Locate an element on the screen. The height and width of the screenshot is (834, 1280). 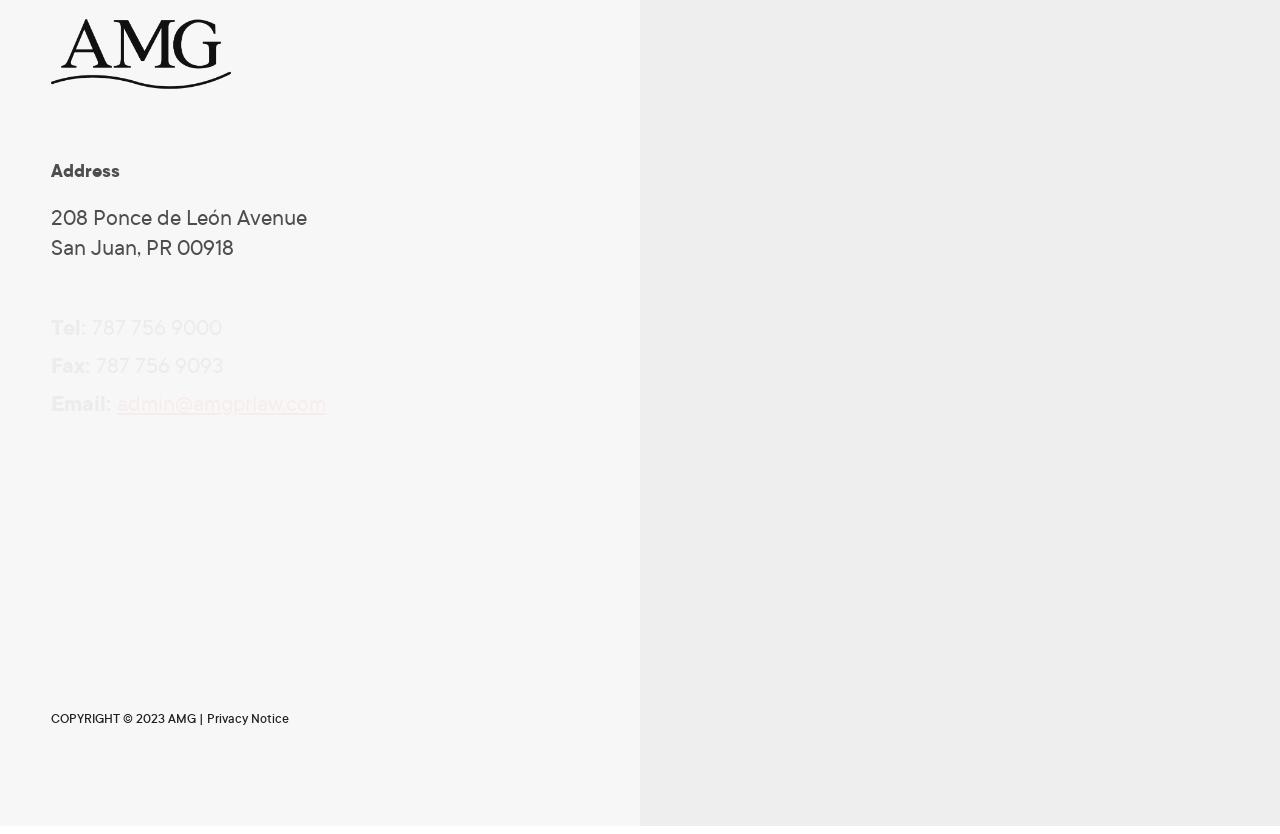
'admin@amgprlaw.com' is located at coordinates (221, 404).